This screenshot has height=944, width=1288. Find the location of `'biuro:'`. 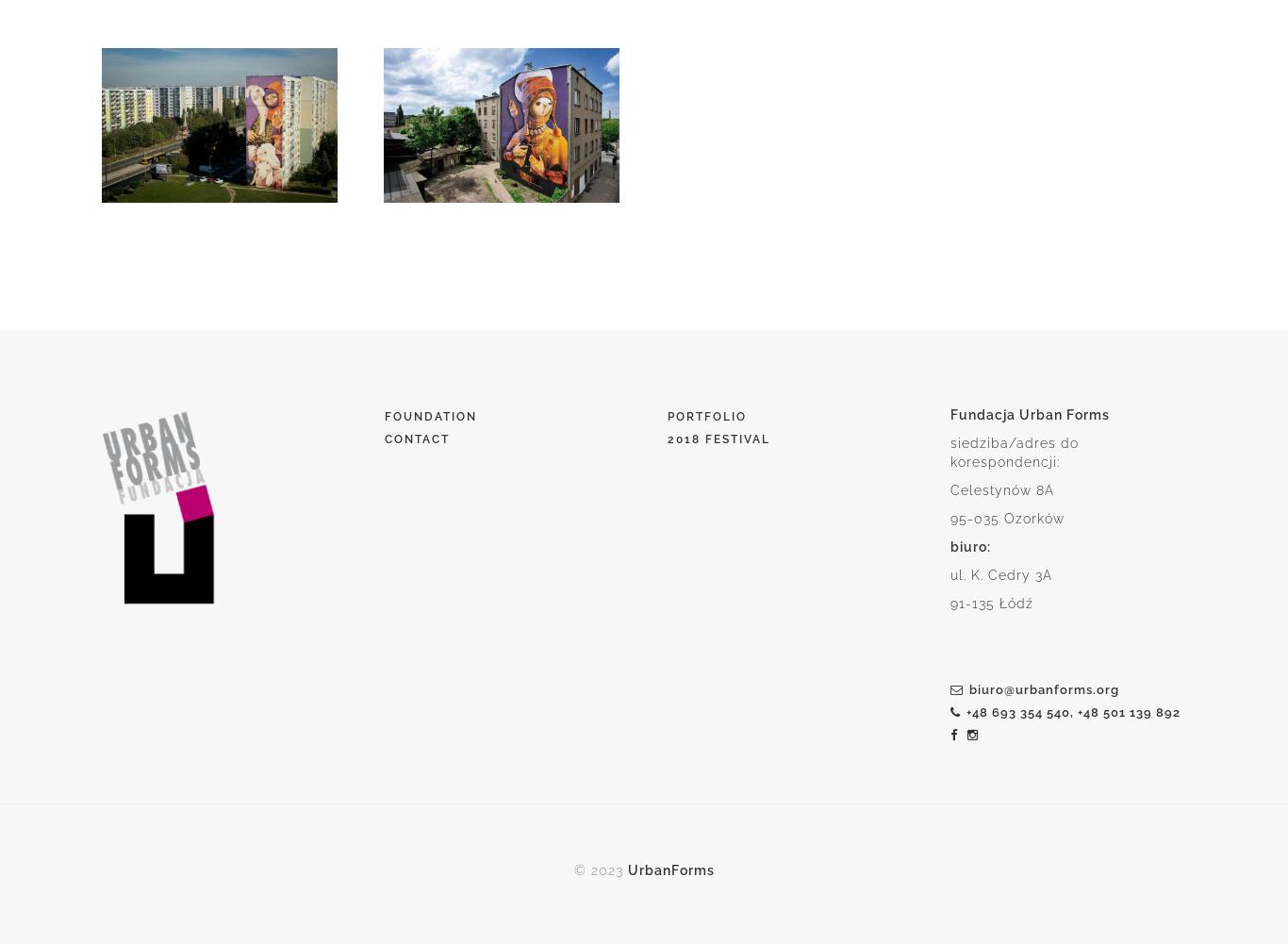

'biuro:' is located at coordinates (969, 546).